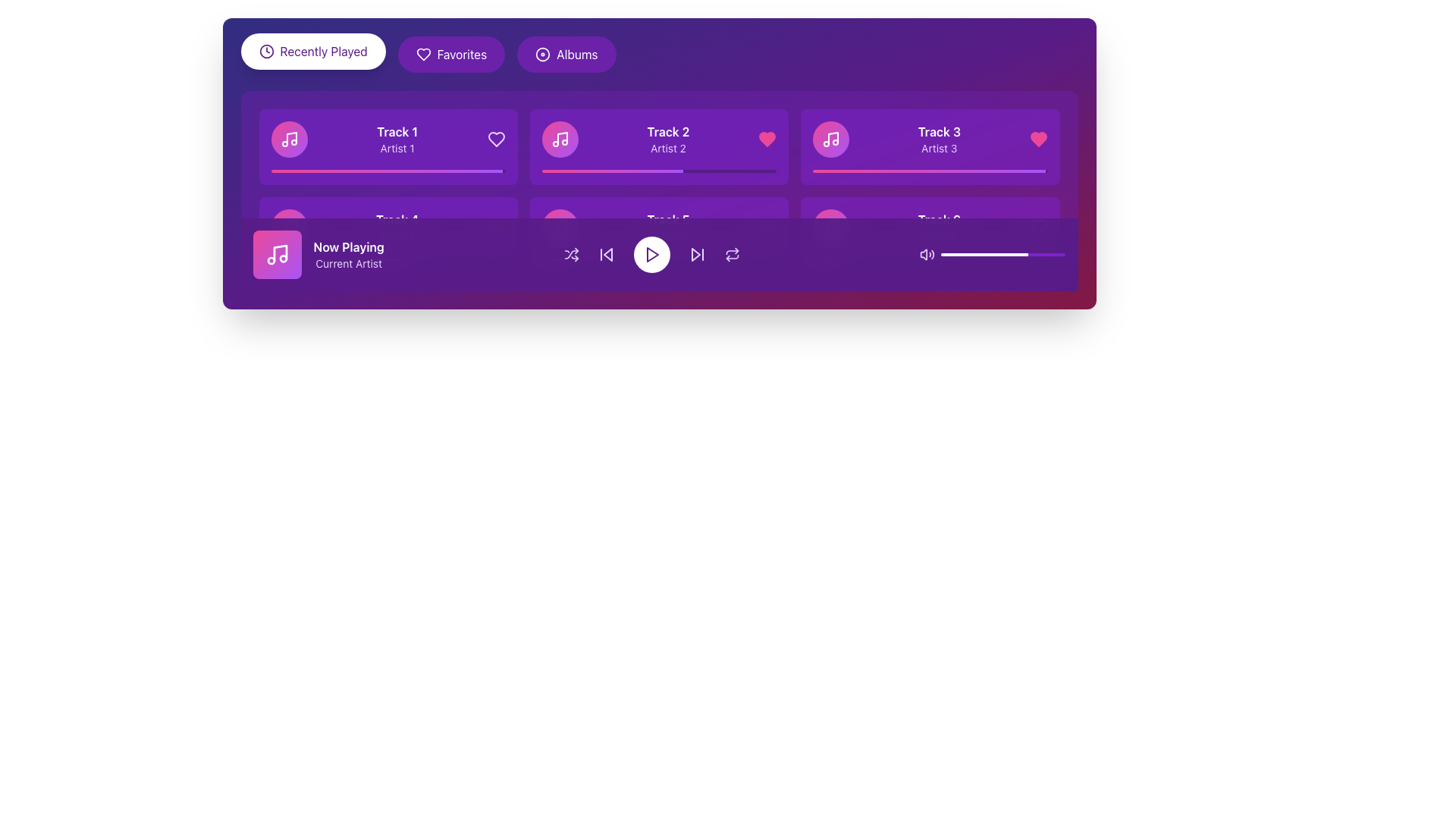  I want to click on the music icon in the 'Track 2 Artist 2' card located in the top row of the music grid, so click(559, 140).